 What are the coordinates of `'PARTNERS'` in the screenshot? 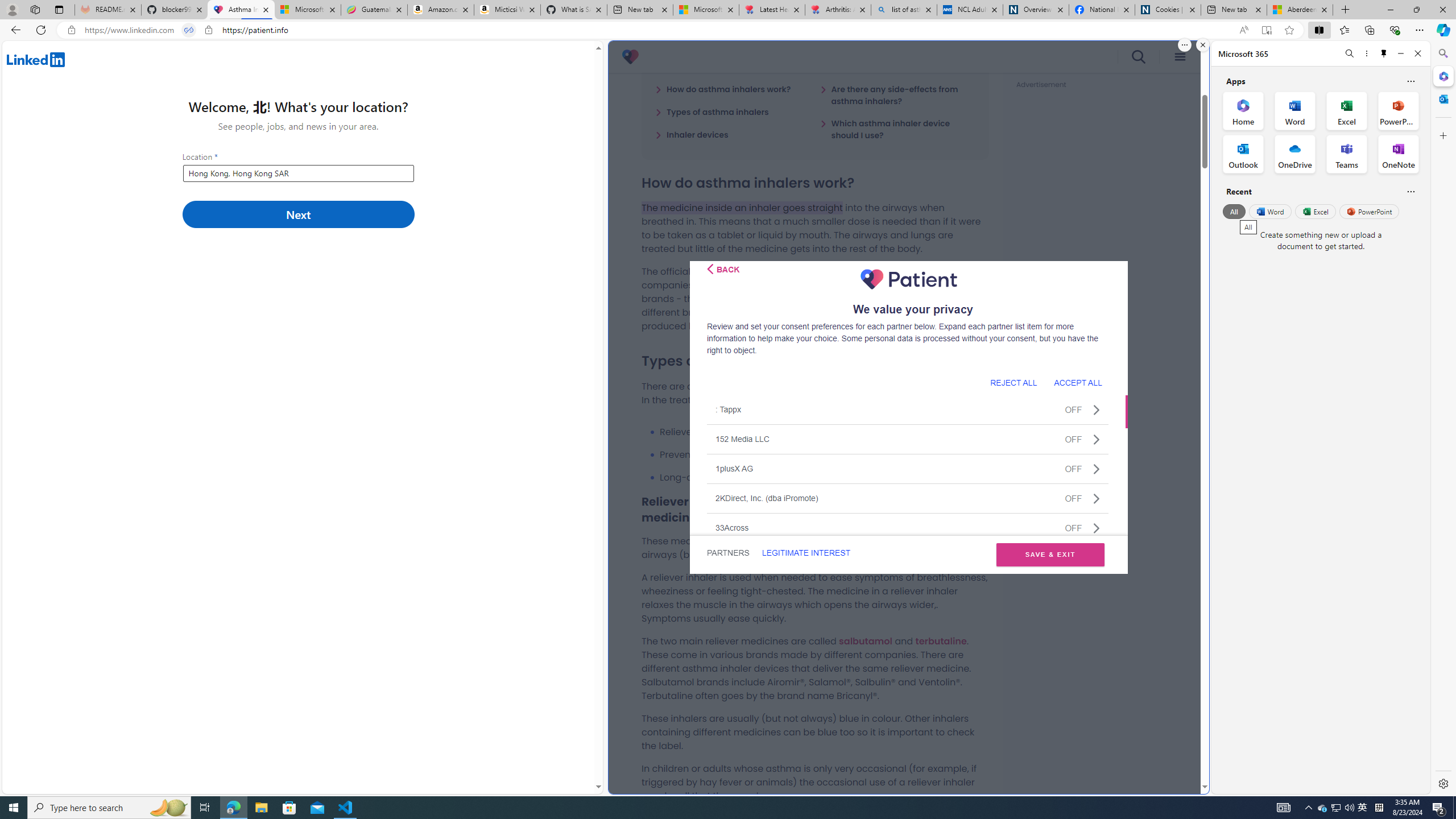 It's located at (728, 553).